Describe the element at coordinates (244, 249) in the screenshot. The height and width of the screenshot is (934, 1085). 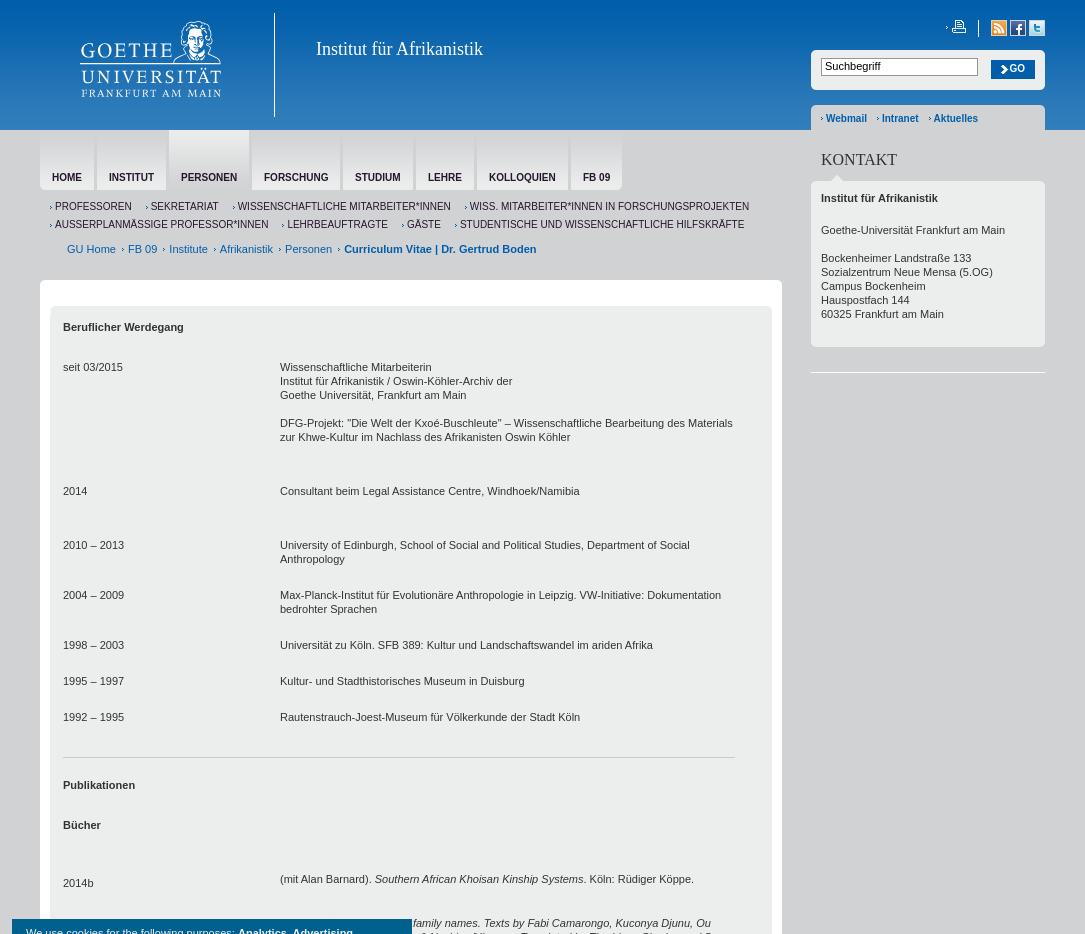
I see `'Afrikanistik'` at that location.